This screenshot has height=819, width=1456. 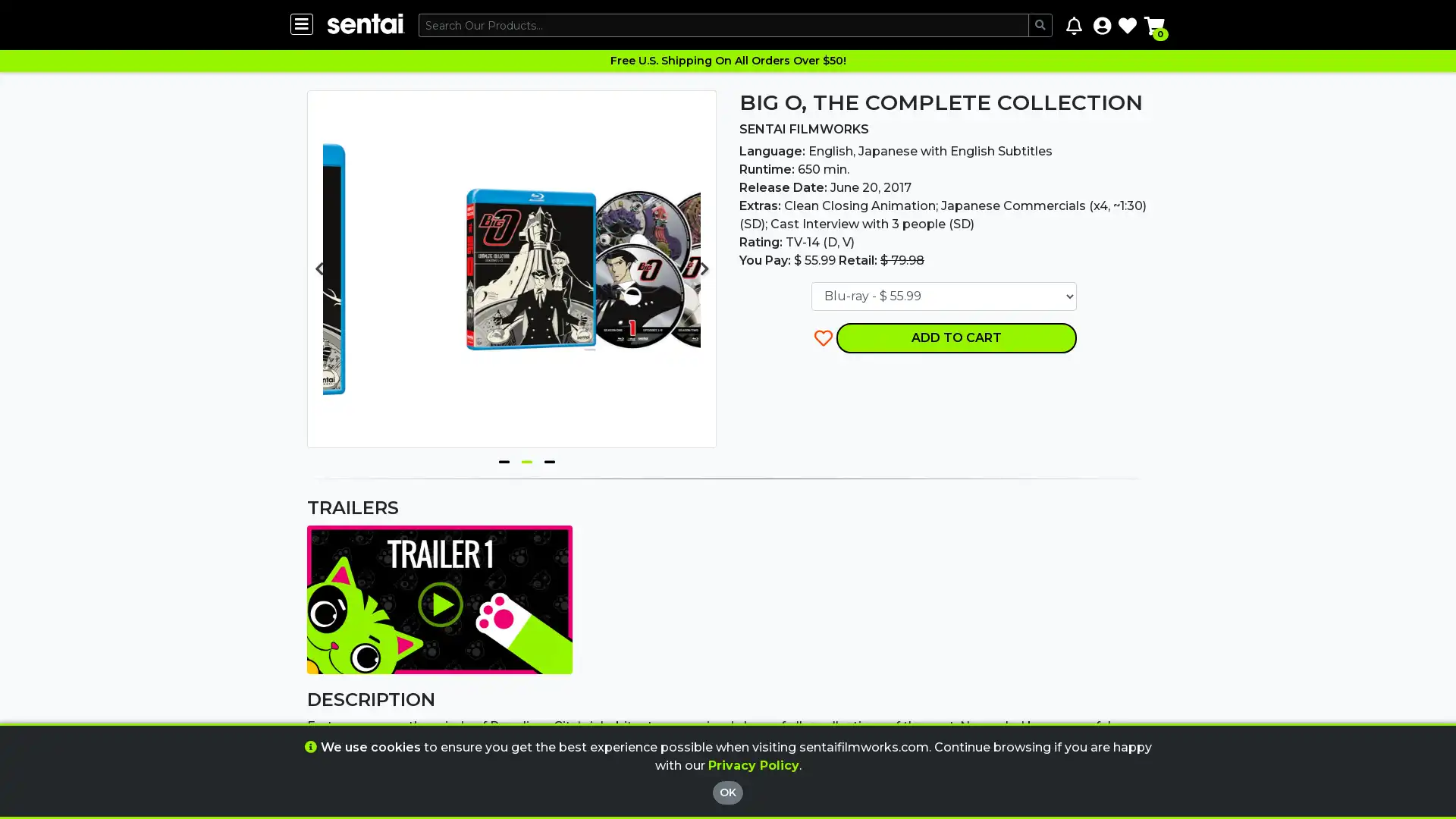 I want to click on Next, so click(x=704, y=268).